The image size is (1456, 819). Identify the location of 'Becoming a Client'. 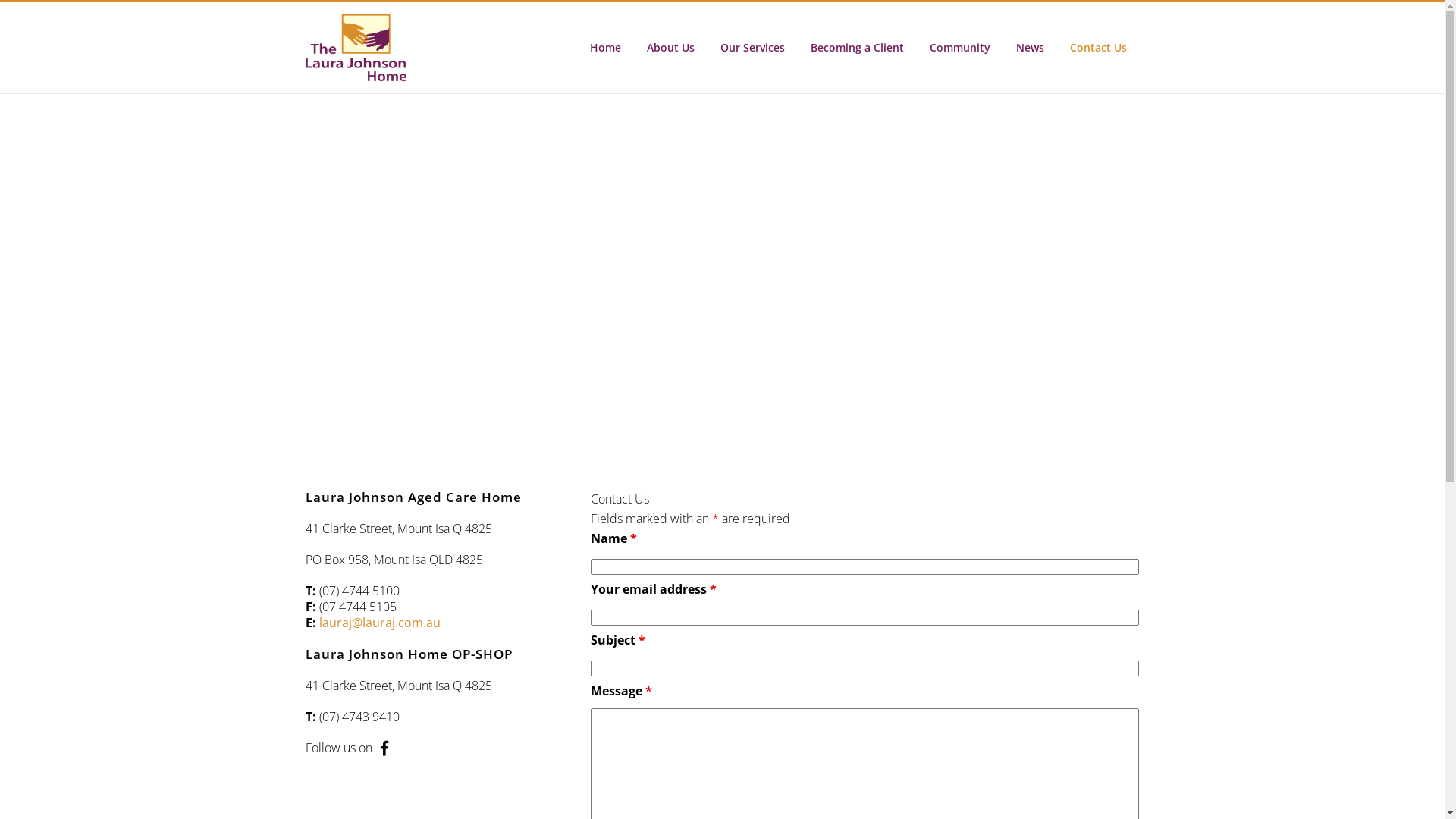
(831, 567).